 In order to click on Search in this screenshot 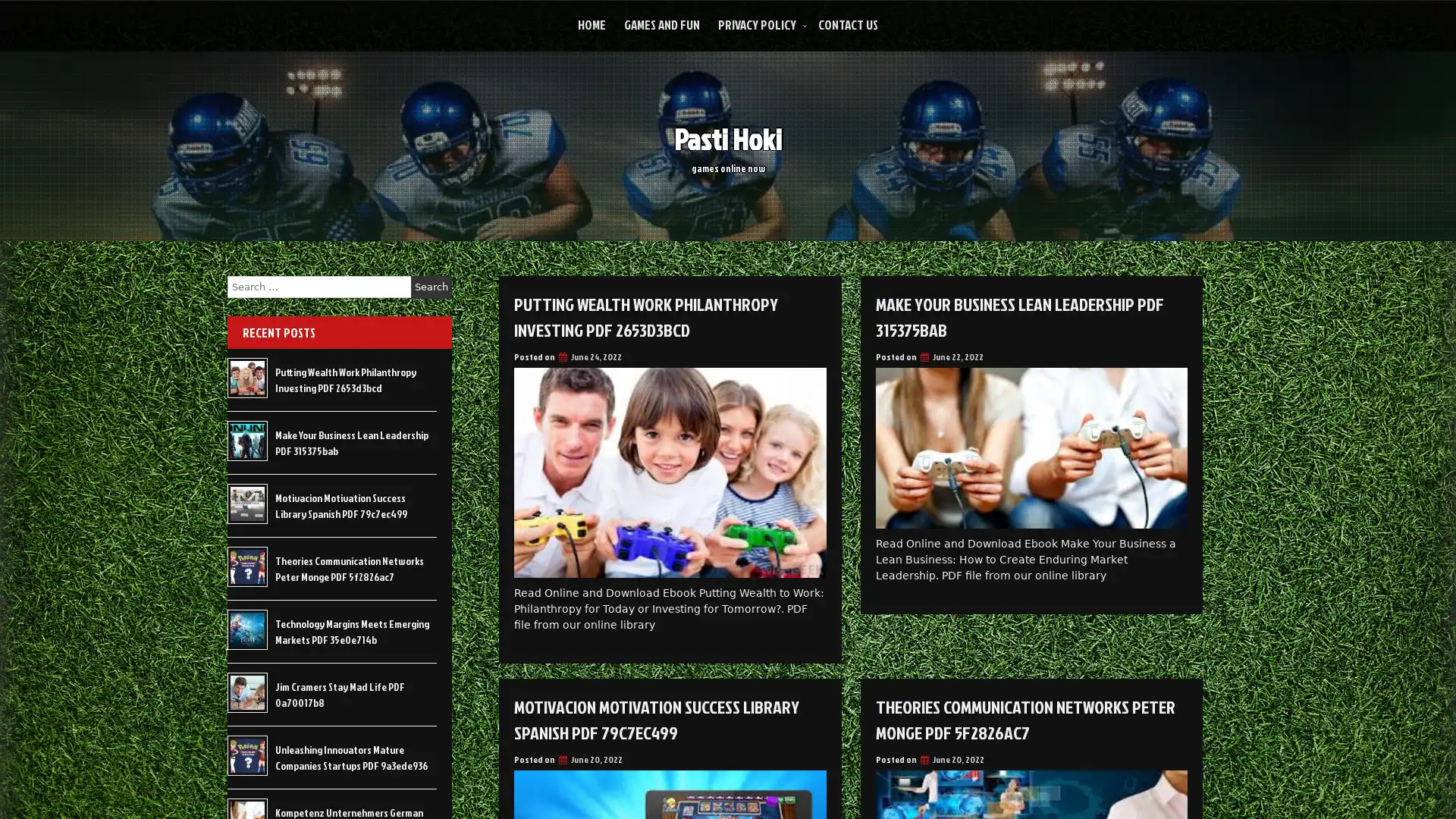, I will do `click(431, 287)`.